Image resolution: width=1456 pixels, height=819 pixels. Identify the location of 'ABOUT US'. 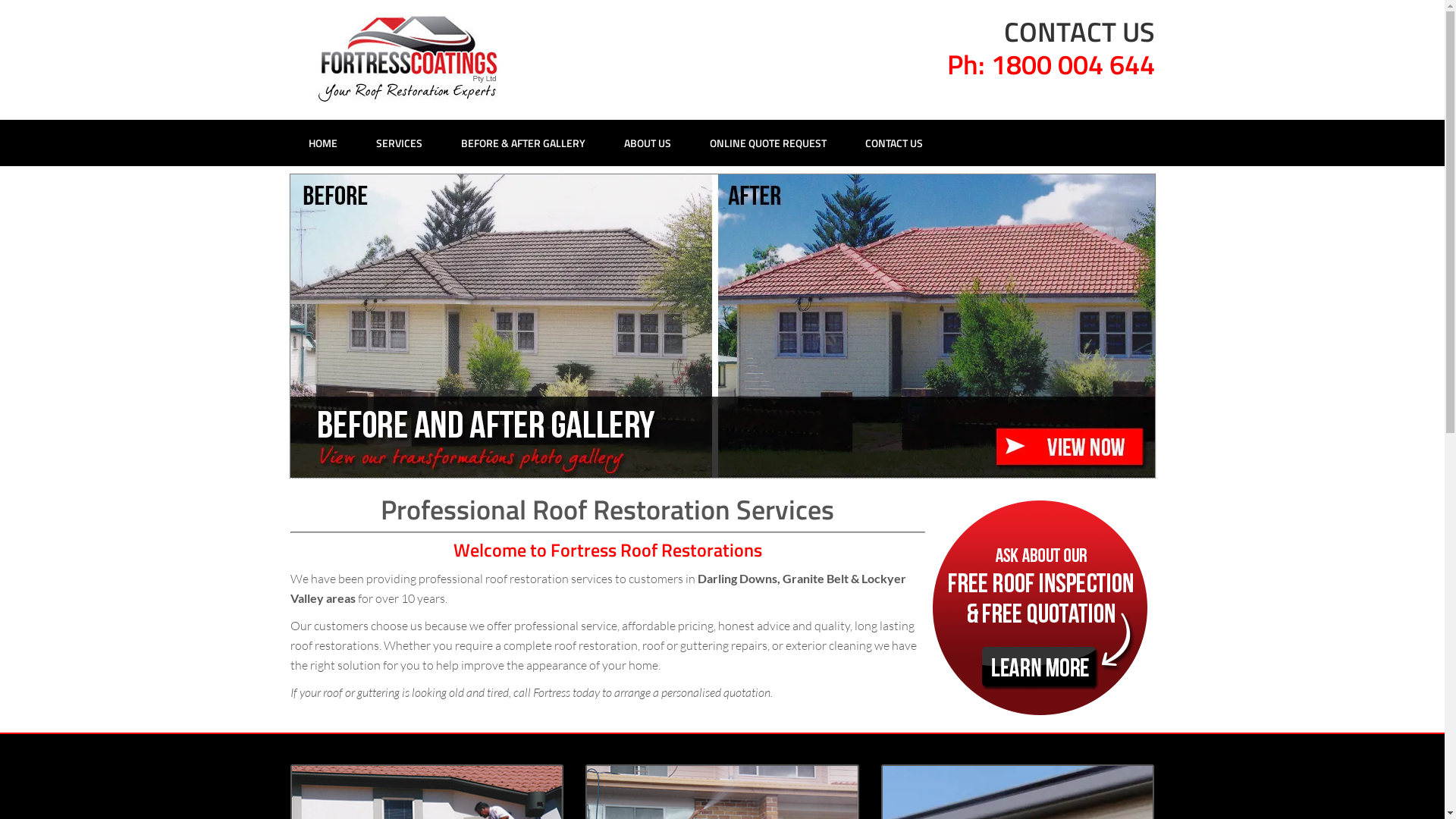
(647, 143).